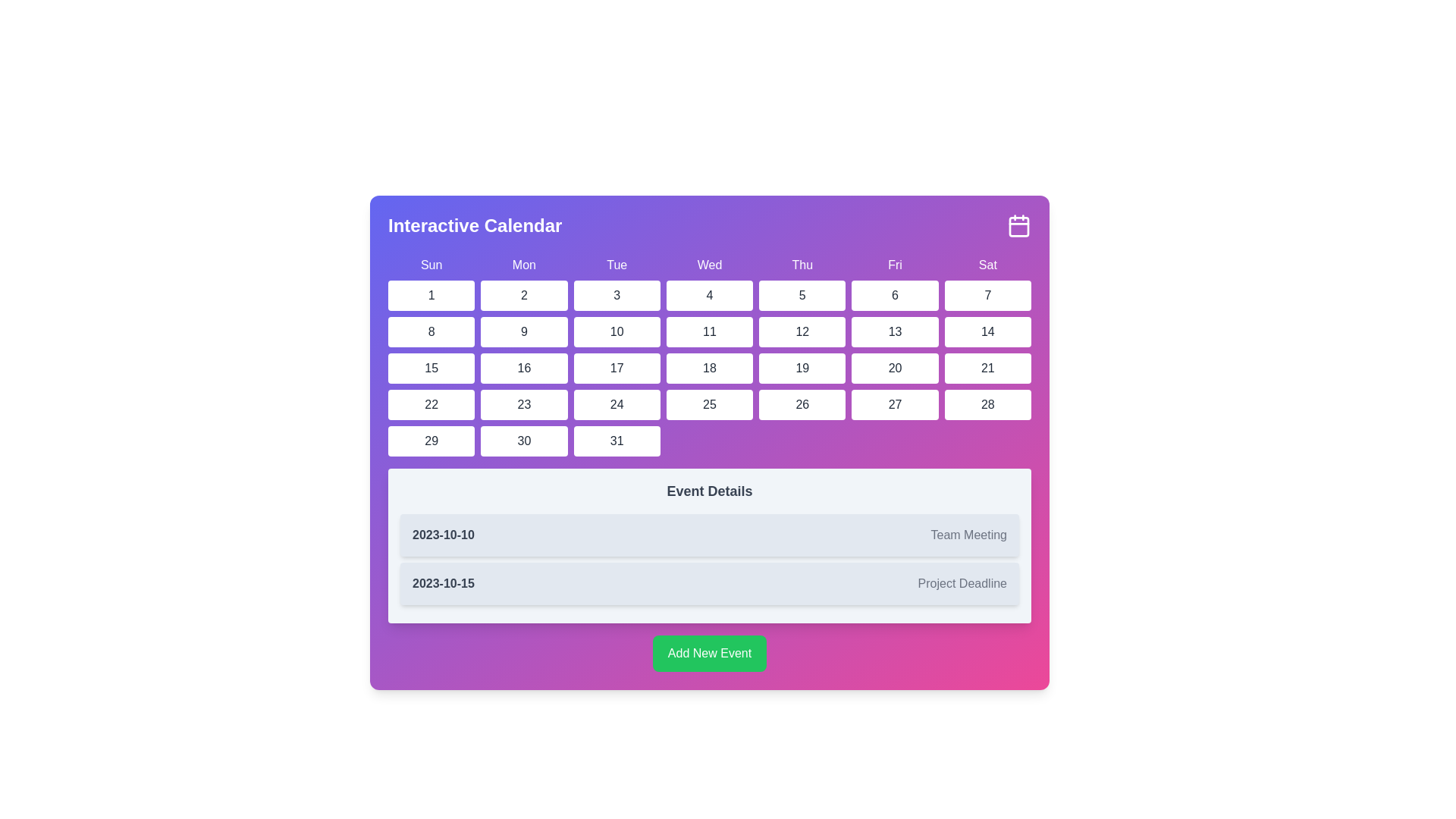 The image size is (1456, 819). What do you see at coordinates (431, 265) in the screenshot?
I see `the header label for the Sunday column in the calendar, which is the first item in the horizontal row of weekday labels at the top-left corner` at bounding box center [431, 265].